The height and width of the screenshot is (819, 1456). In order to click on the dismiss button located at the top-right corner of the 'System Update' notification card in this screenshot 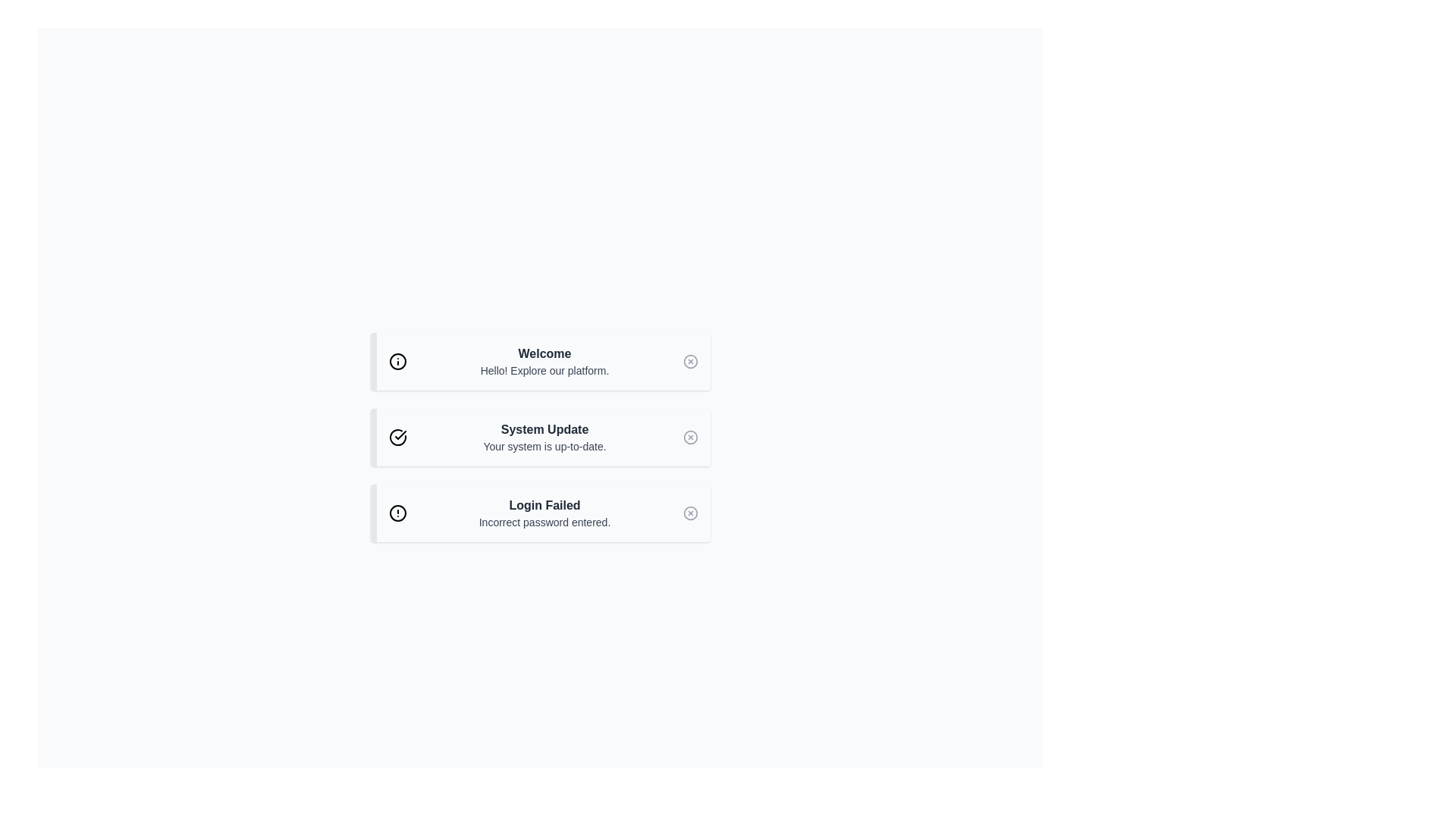, I will do `click(689, 438)`.